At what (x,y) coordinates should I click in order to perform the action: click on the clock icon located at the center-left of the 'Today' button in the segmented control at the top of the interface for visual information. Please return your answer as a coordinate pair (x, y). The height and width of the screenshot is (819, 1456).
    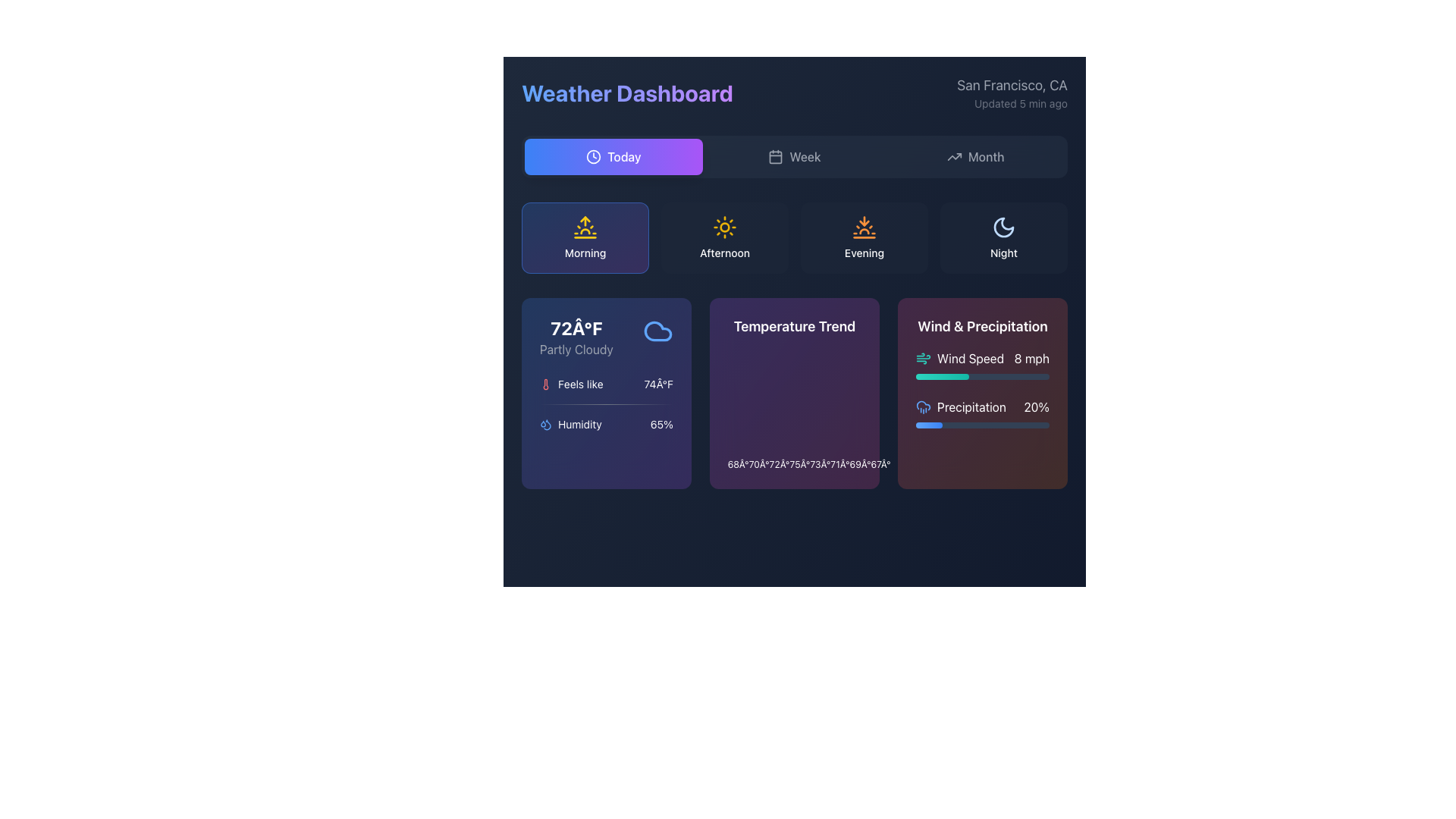
    Looking at the image, I should click on (592, 157).